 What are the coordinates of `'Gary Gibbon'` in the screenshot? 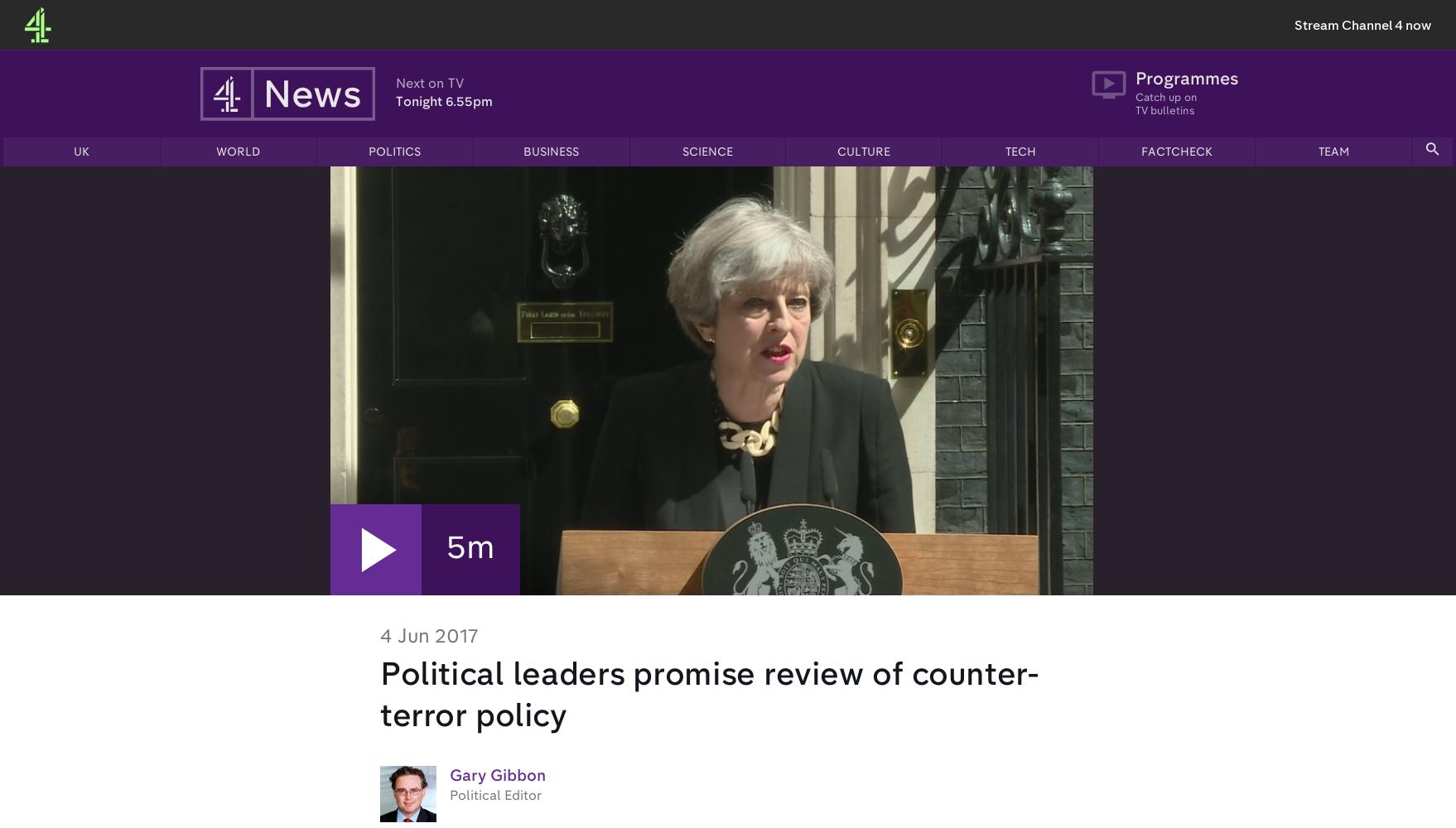 It's located at (449, 776).